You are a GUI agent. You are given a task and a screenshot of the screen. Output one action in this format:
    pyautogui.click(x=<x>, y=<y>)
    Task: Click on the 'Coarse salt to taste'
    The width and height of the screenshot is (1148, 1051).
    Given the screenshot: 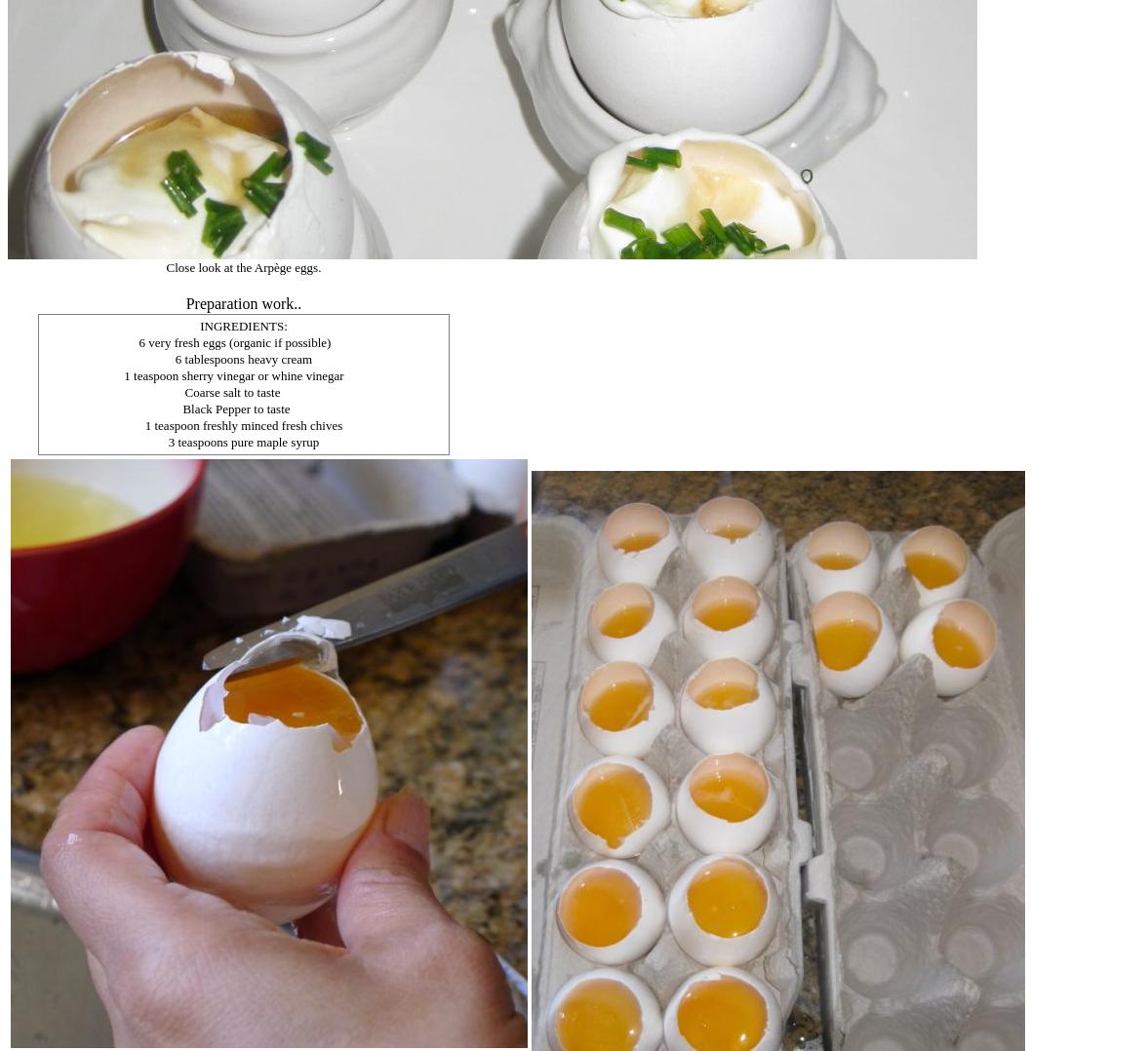 What is the action you would take?
    pyautogui.click(x=230, y=391)
    